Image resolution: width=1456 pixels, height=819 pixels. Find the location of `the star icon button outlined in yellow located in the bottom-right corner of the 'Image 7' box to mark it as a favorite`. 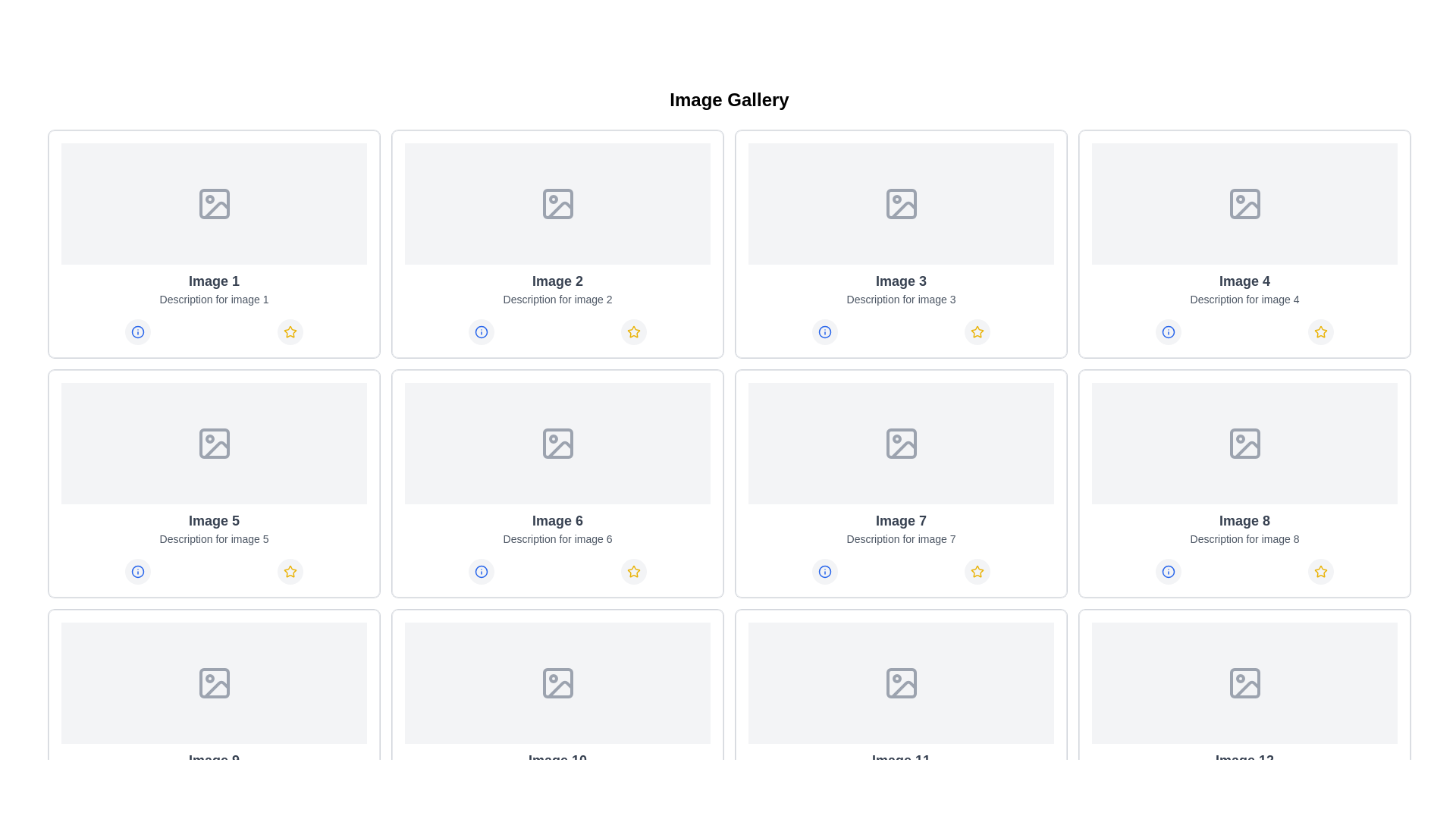

the star icon button outlined in yellow located in the bottom-right corner of the 'Image 7' box to mark it as a favorite is located at coordinates (977, 571).